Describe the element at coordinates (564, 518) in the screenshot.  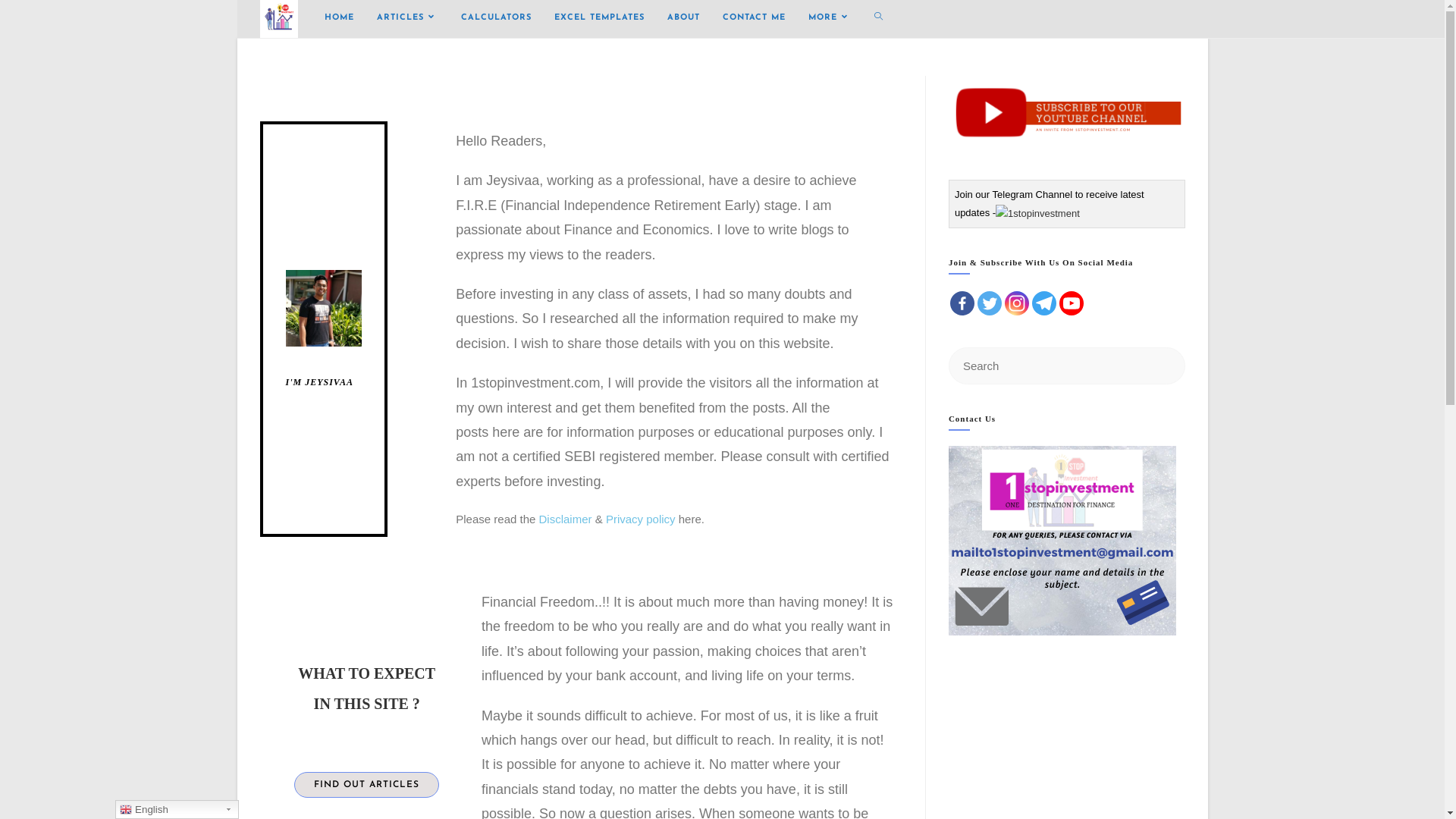
I see `'Disclaimer'` at that location.